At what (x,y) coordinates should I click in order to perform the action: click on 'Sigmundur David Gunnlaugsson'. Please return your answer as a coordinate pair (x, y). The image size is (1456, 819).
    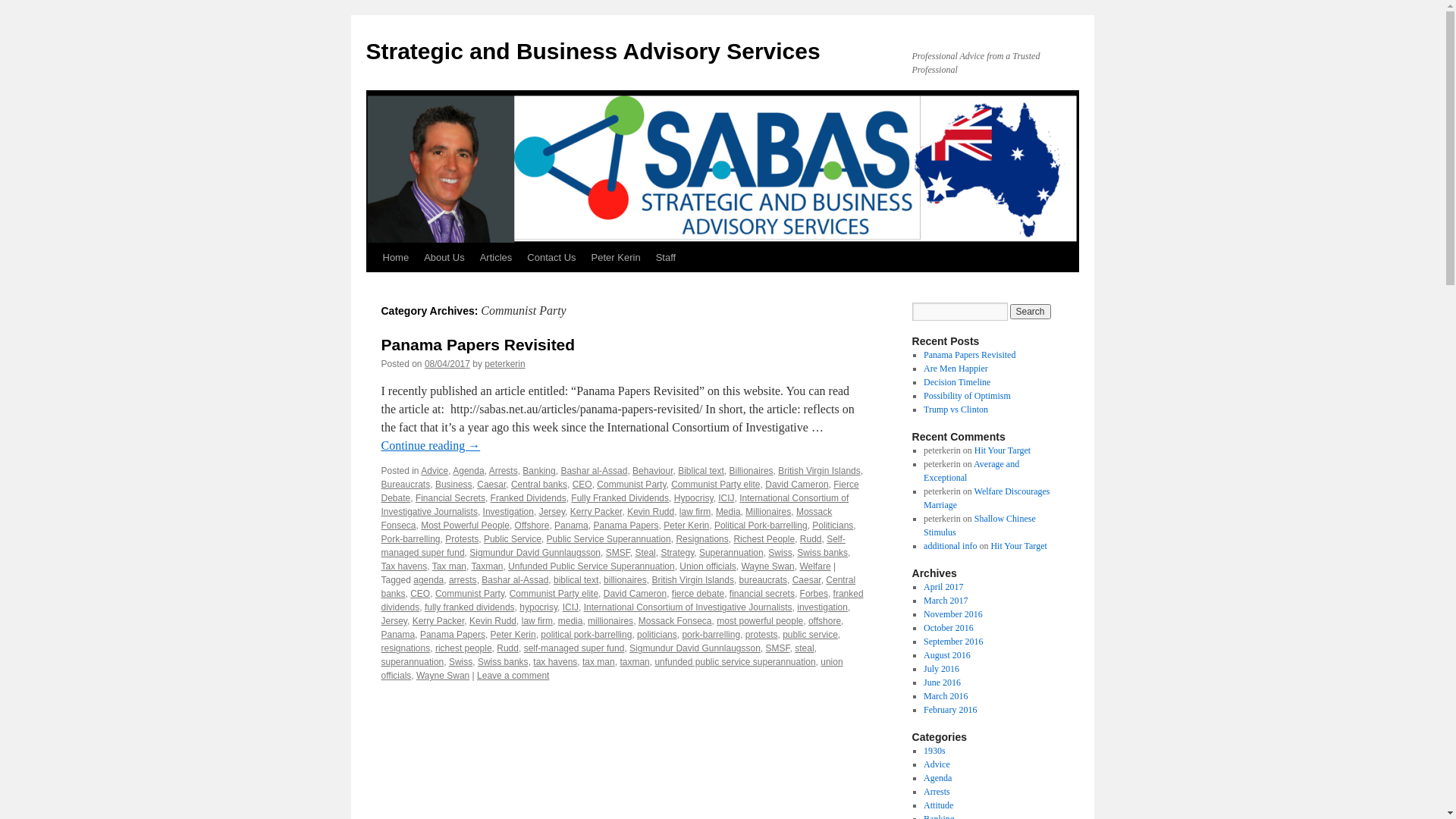
    Looking at the image, I should click on (694, 648).